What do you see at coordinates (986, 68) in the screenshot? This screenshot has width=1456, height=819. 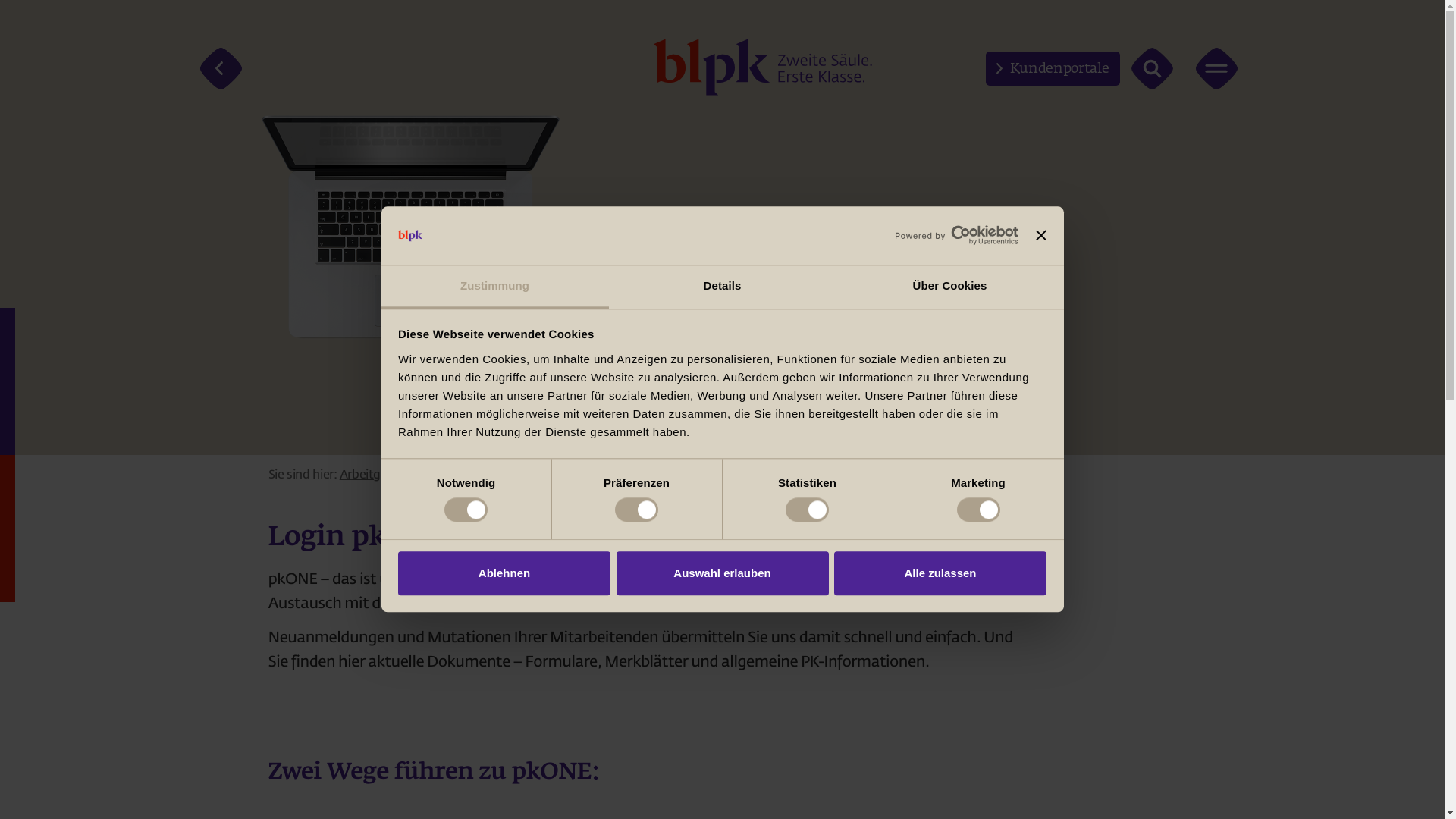 I see `'Kundenportale'` at bounding box center [986, 68].